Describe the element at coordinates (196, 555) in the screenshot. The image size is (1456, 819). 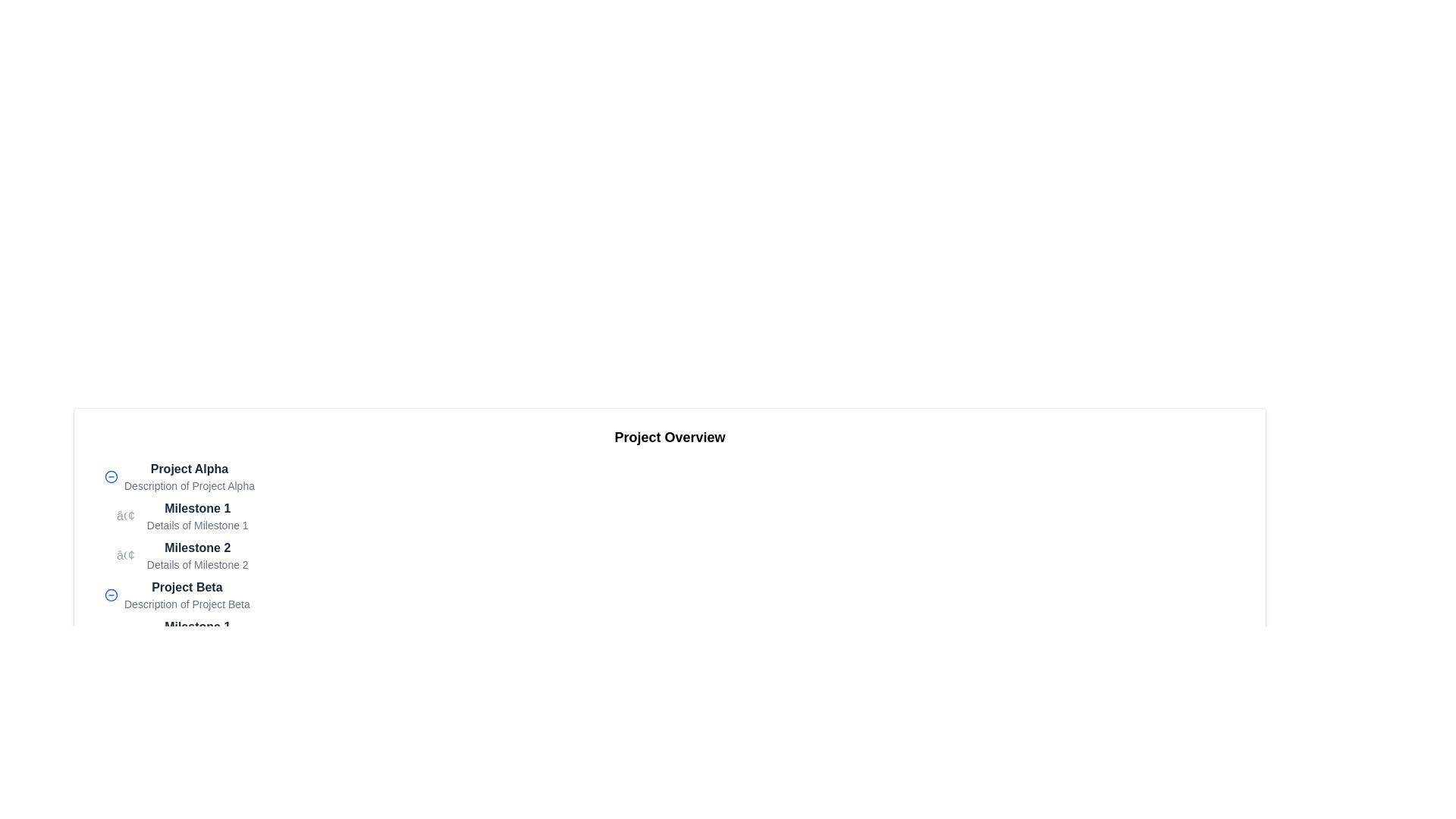
I see `the text block representing a milestone in 'Project Alpha' to associate it with related milestones` at that location.